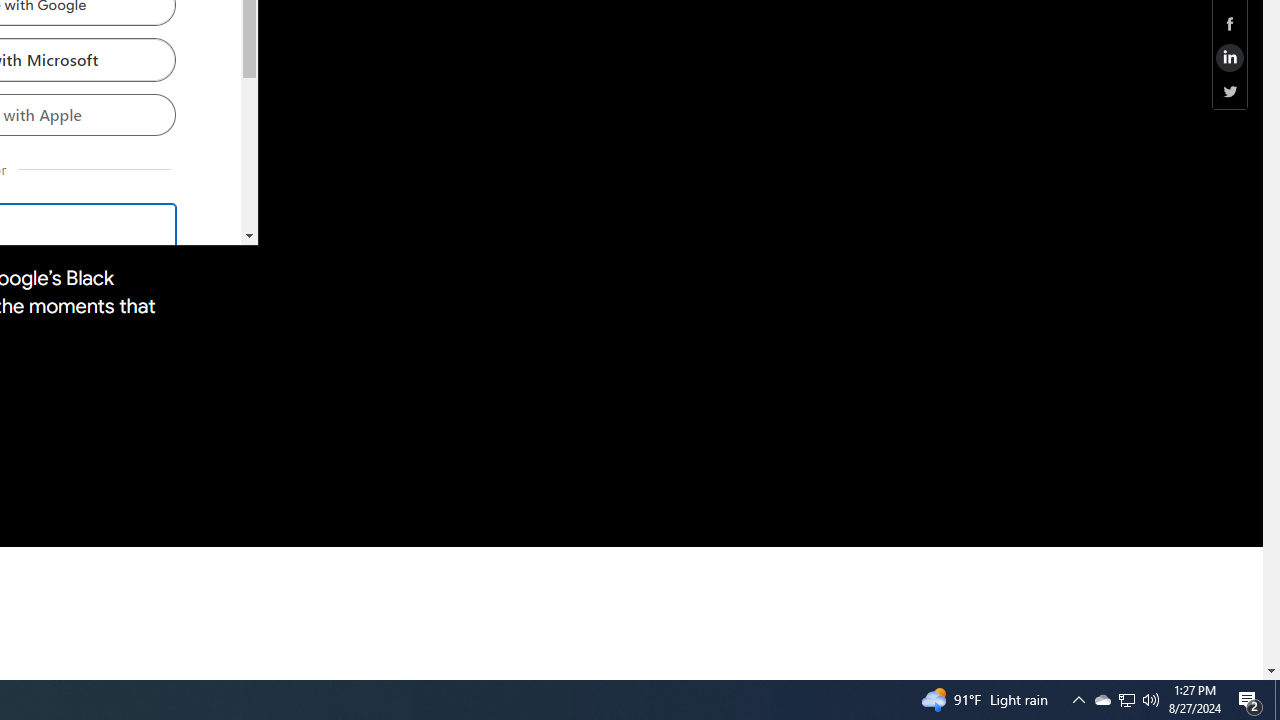 The height and width of the screenshot is (720, 1280). Describe the element at coordinates (1127, 698) in the screenshot. I see `'User Promoted Notification Area'` at that location.